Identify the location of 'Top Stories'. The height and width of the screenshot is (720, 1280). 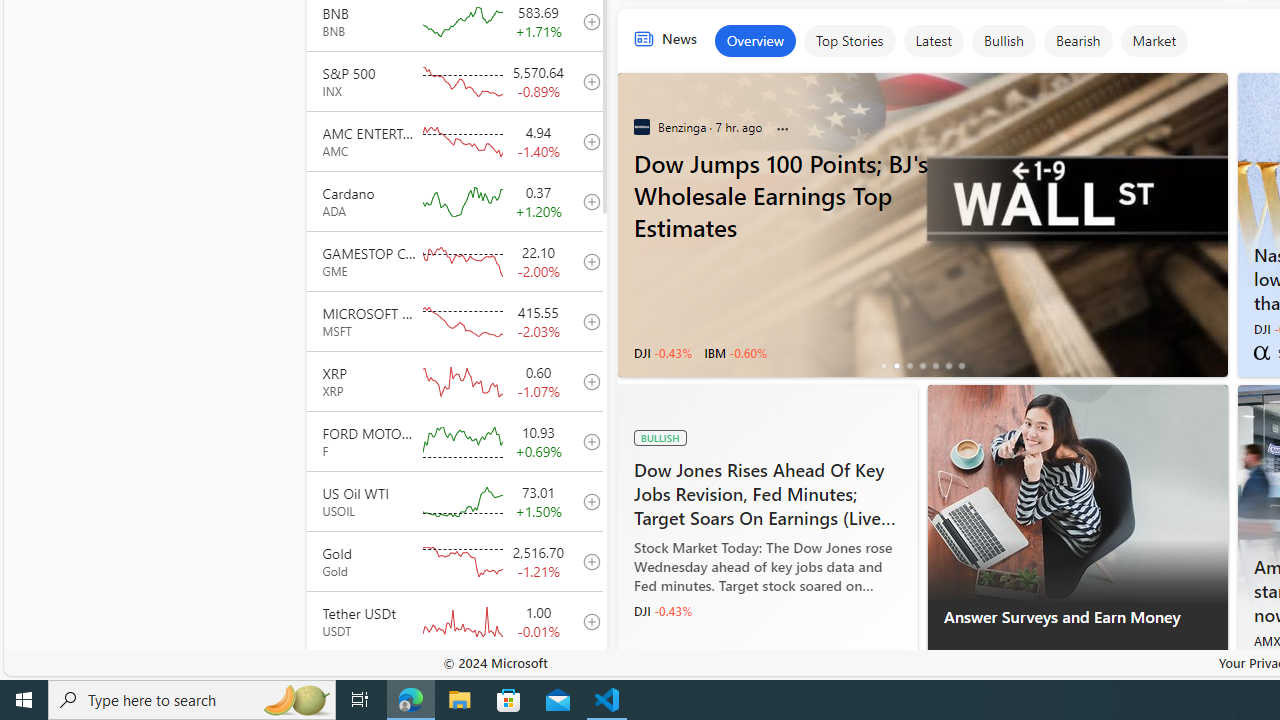
(848, 41).